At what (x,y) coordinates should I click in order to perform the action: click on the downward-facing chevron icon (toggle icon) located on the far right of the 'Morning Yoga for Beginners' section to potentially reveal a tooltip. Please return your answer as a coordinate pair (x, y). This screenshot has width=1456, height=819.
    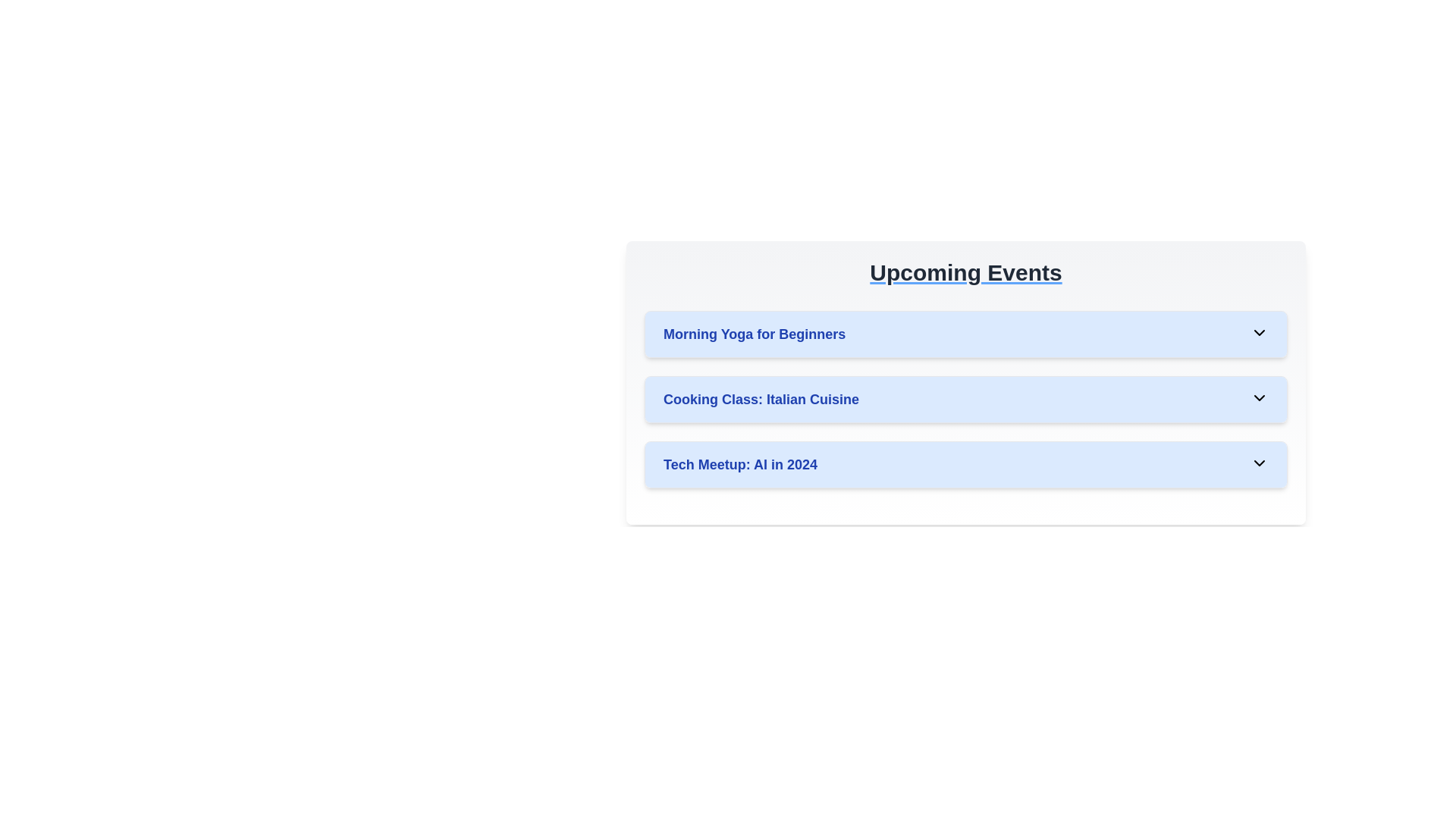
    Looking at the image, I should click on (1259, 332).